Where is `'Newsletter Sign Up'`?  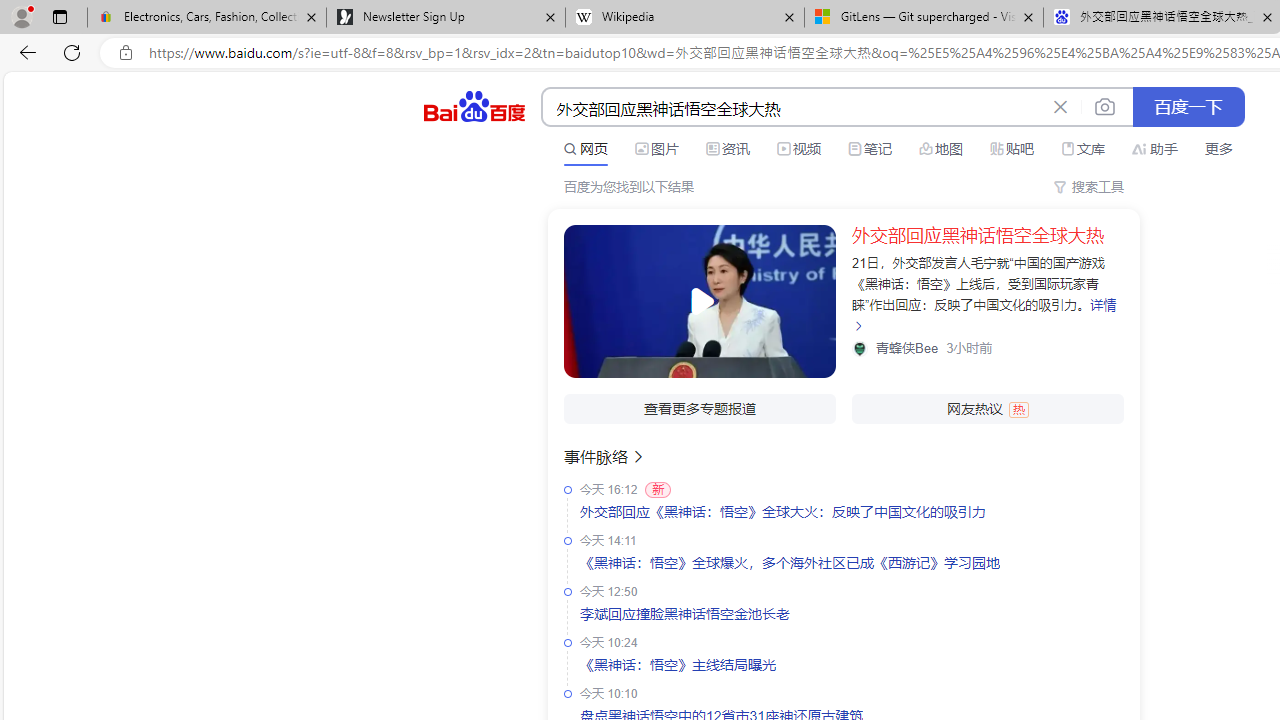 'Newsletter Sign Up' is located at coordinates (444, 17).